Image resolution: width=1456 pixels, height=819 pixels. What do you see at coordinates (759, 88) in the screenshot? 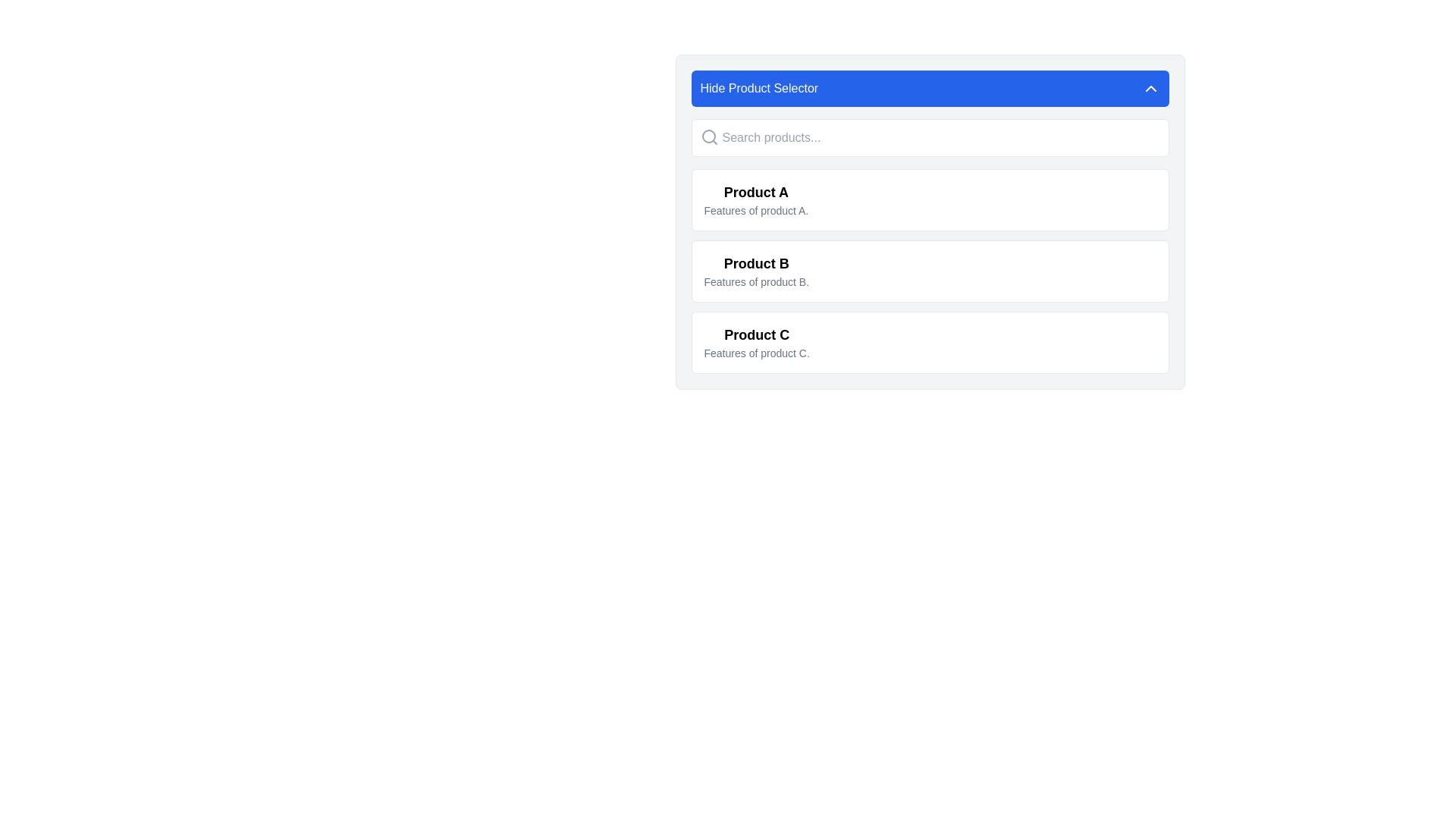
I see `the text label 'Hide Product Selector' which is rendered in white against a blue background, located in the upper portion of the interface` at bounding box center [759, 88].